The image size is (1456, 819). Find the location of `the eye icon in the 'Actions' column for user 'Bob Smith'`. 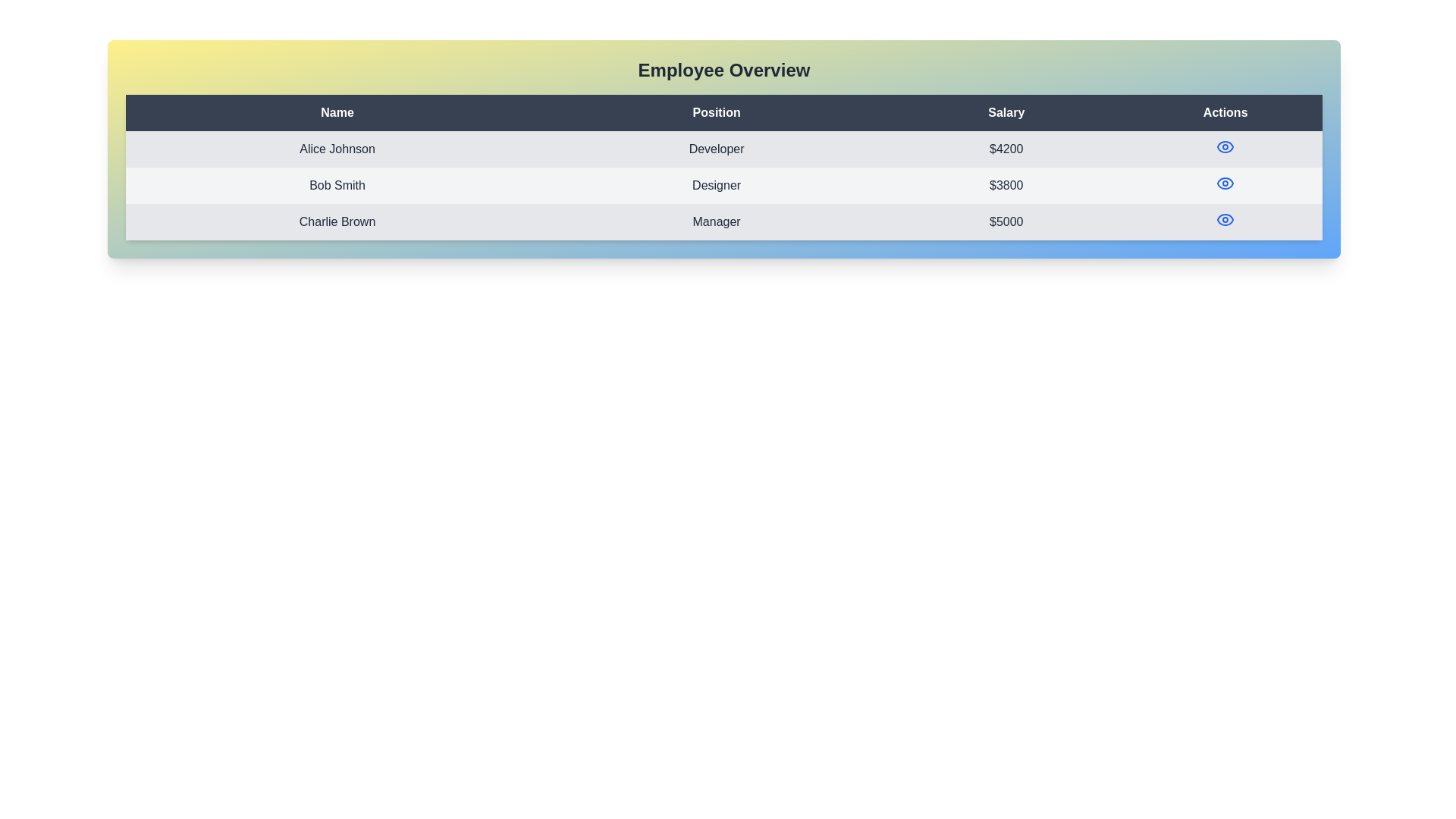

the eye icon in the 'Actions' column for user 'Bob Smith' is located at coordinates (1225, 185).